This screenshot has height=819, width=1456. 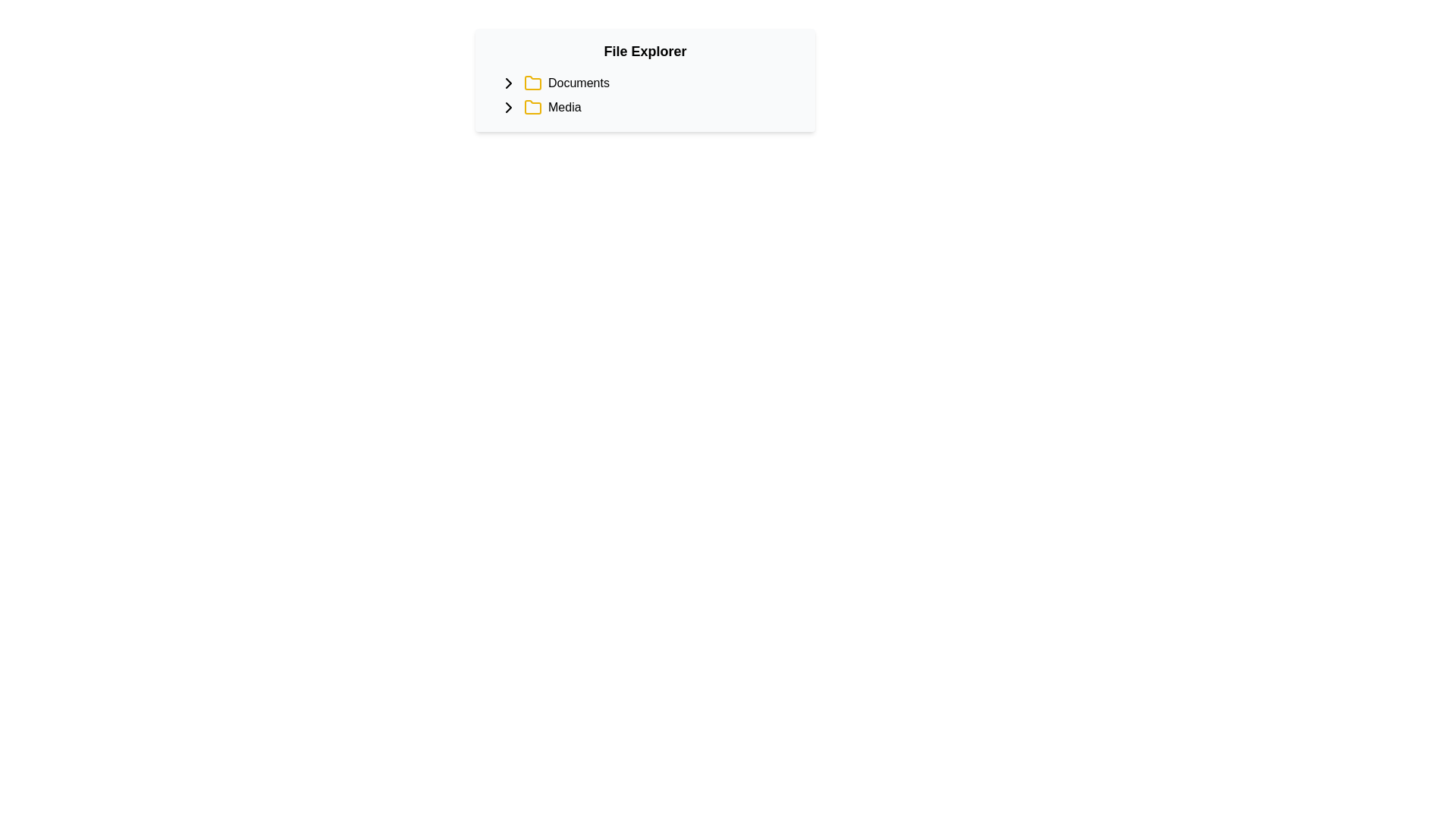 I want to click on the small right-facing chevron arrow icon located to the left of the 'Documents' folder icon in the file explorer interface, so click(x=509, y=107).